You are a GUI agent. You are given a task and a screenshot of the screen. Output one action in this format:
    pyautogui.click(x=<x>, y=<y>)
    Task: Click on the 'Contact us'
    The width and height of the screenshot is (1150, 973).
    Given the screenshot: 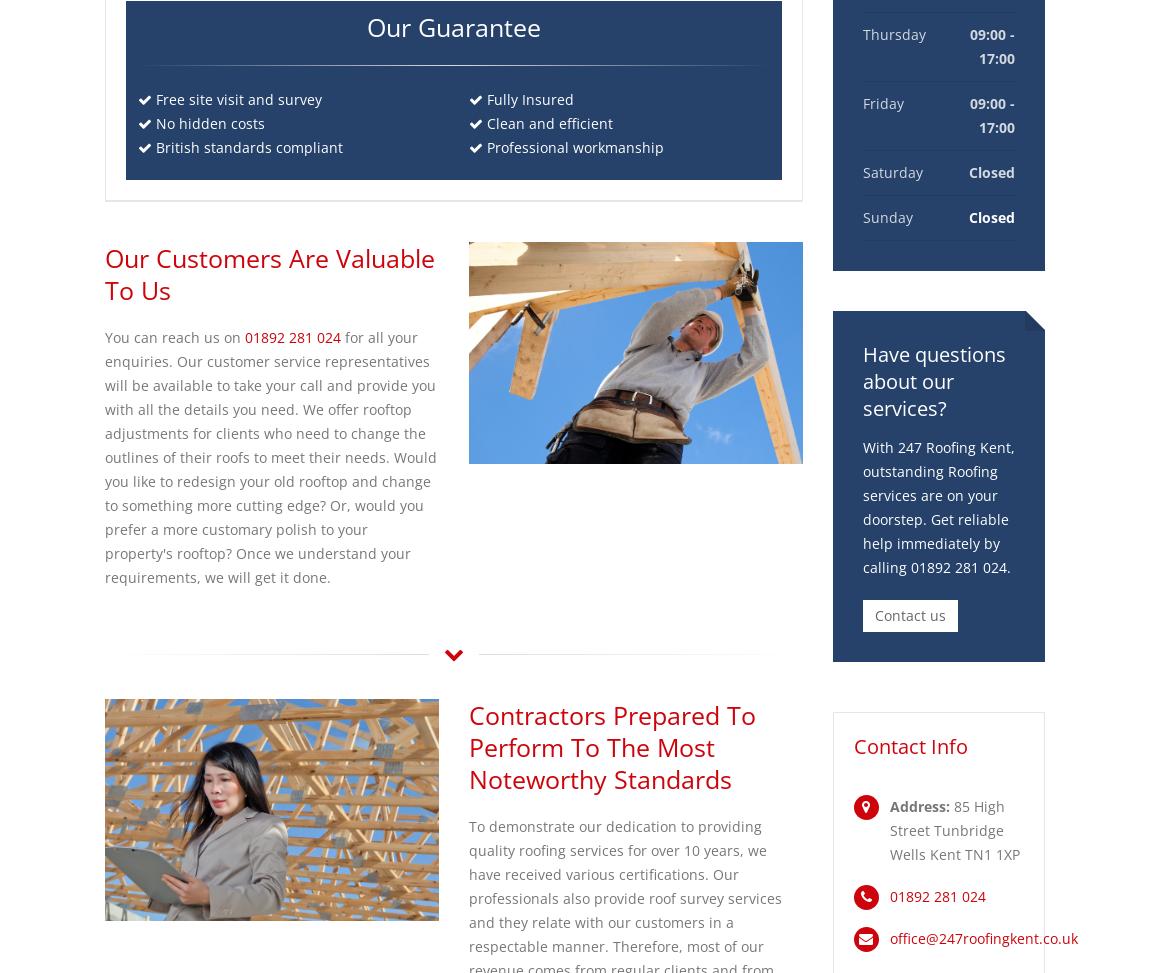 What is the action you would take?
    pyautogui.click(x=909, y=615)
    